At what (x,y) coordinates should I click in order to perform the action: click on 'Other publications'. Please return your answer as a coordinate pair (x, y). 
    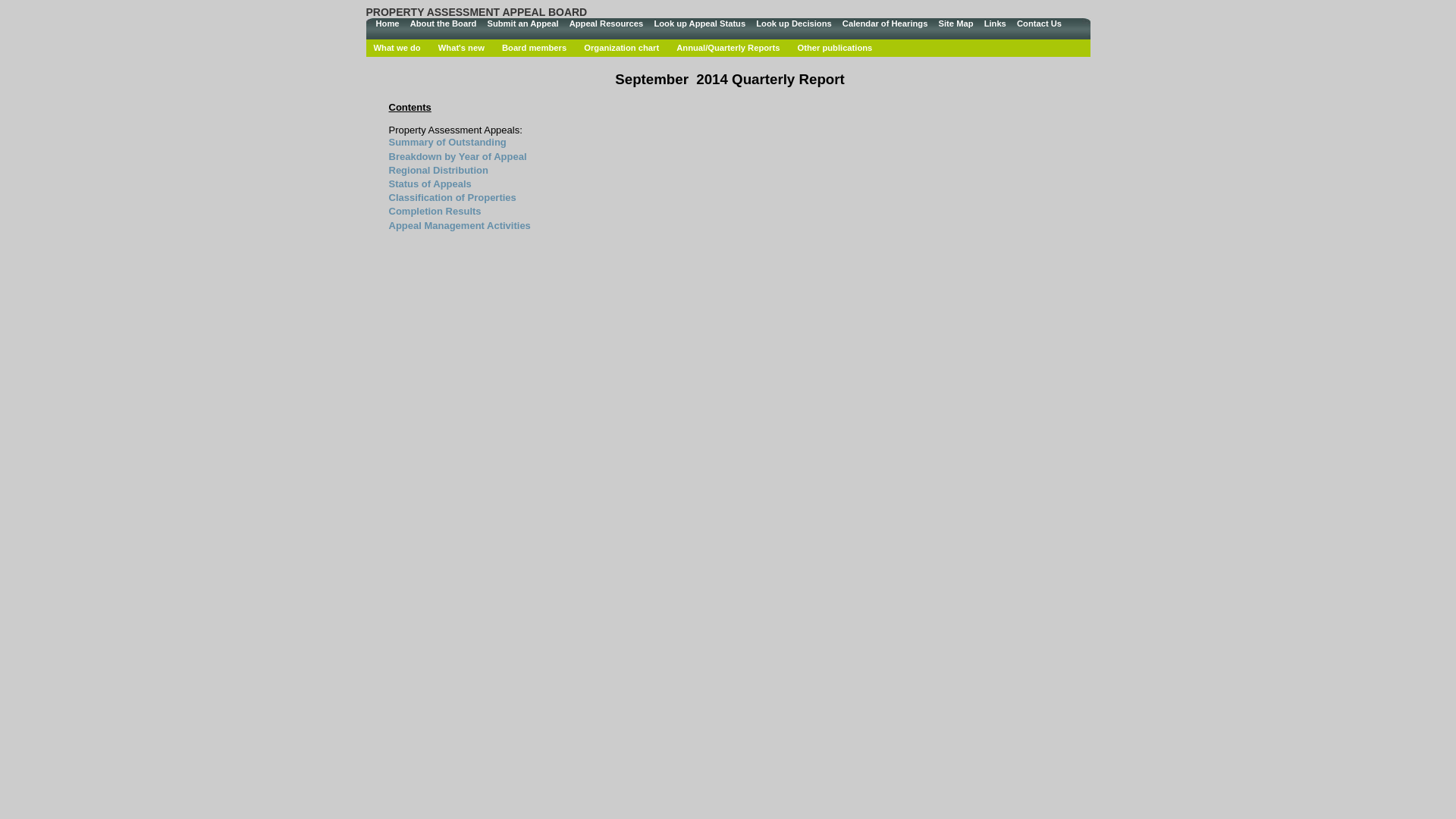
    Looking at the image, I should click on (833, 46).